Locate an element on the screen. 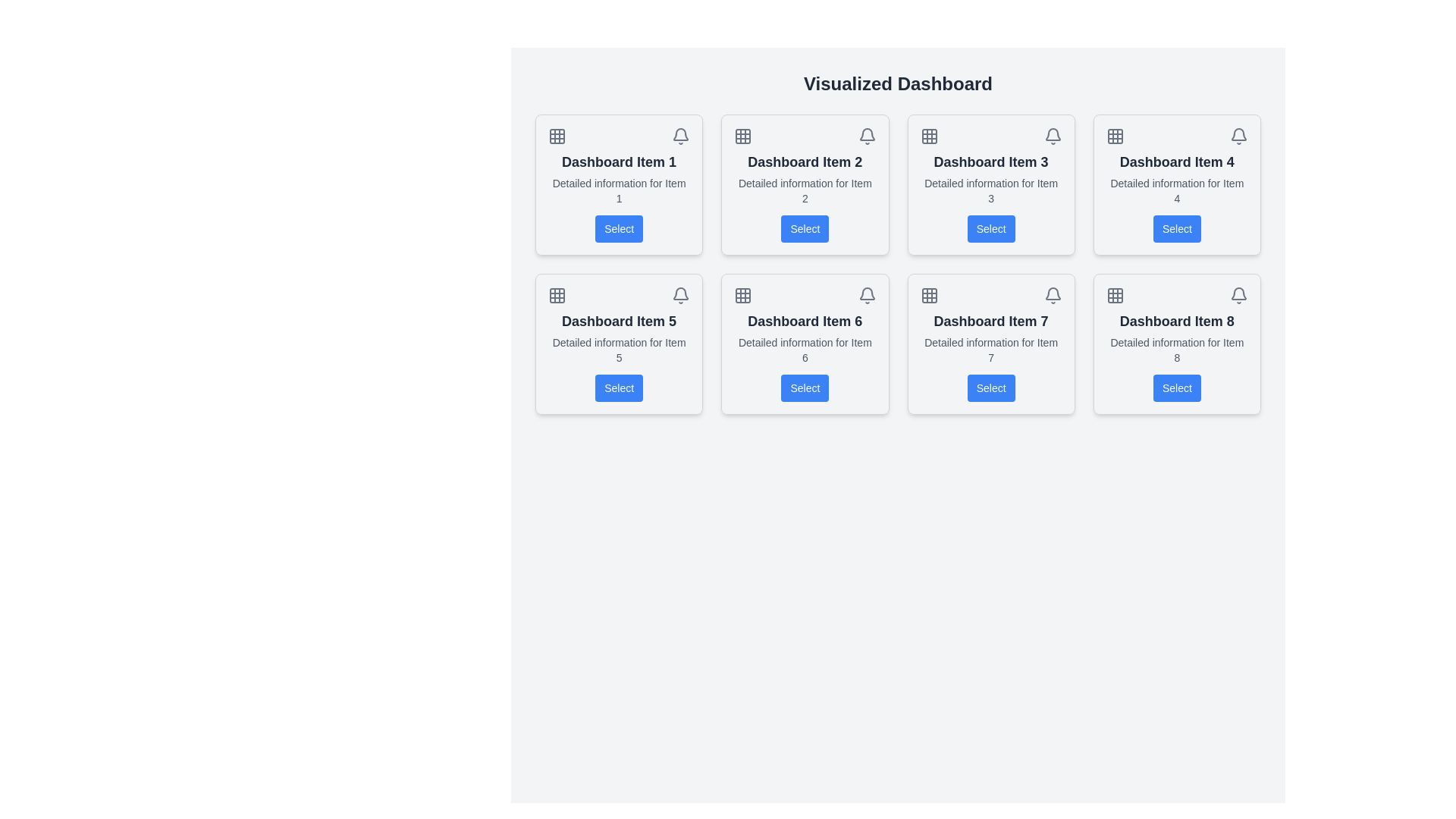 This screenshot has height=819, width=1456. the bell-shaped notification icon with a gray outline located in the top-right corner of the 'Dashboard Item 7' card is located at coordinates (1052, 295).